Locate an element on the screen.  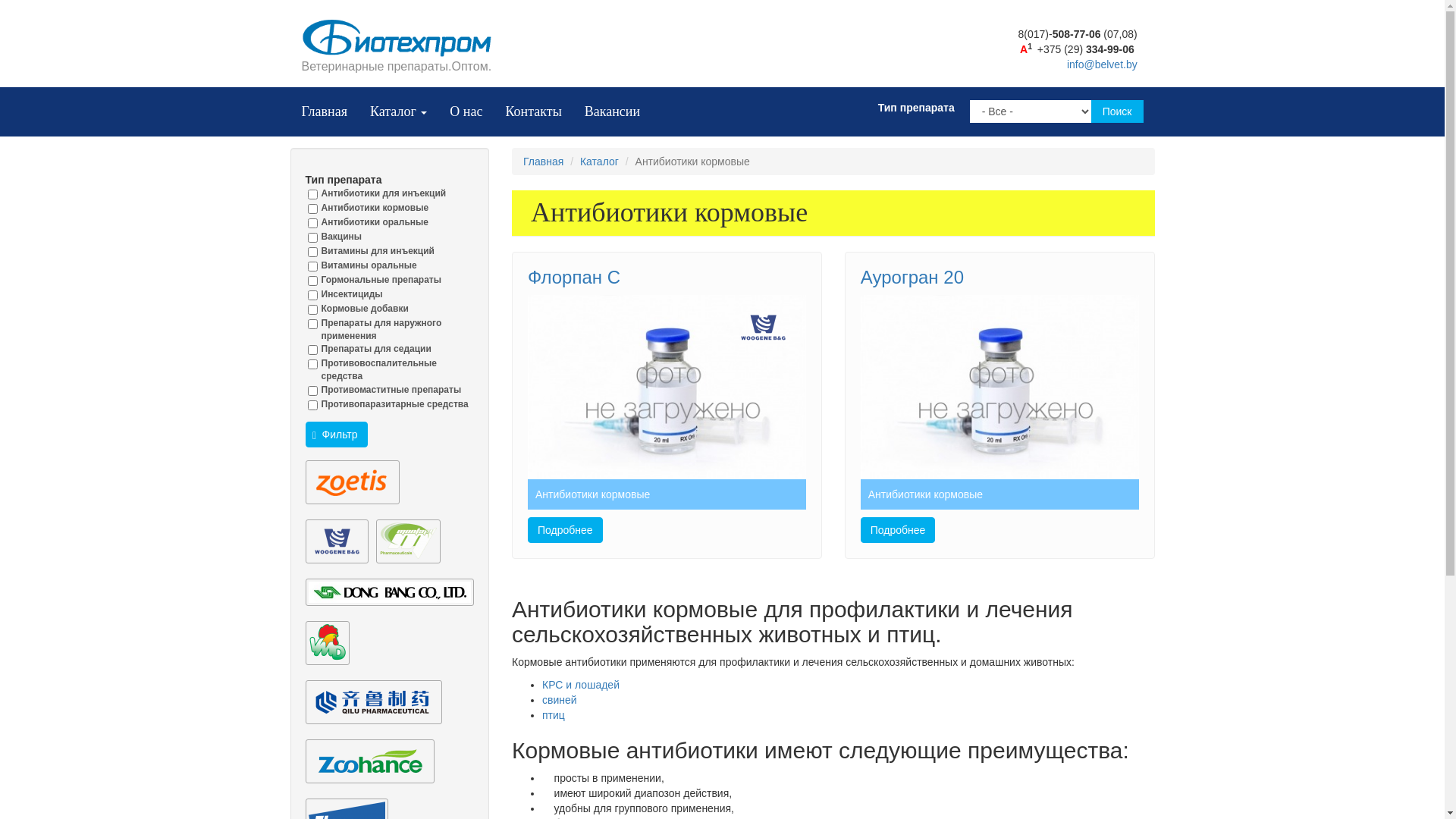
'Qilu Animal Health Products' is located at coordinates (372, 701).